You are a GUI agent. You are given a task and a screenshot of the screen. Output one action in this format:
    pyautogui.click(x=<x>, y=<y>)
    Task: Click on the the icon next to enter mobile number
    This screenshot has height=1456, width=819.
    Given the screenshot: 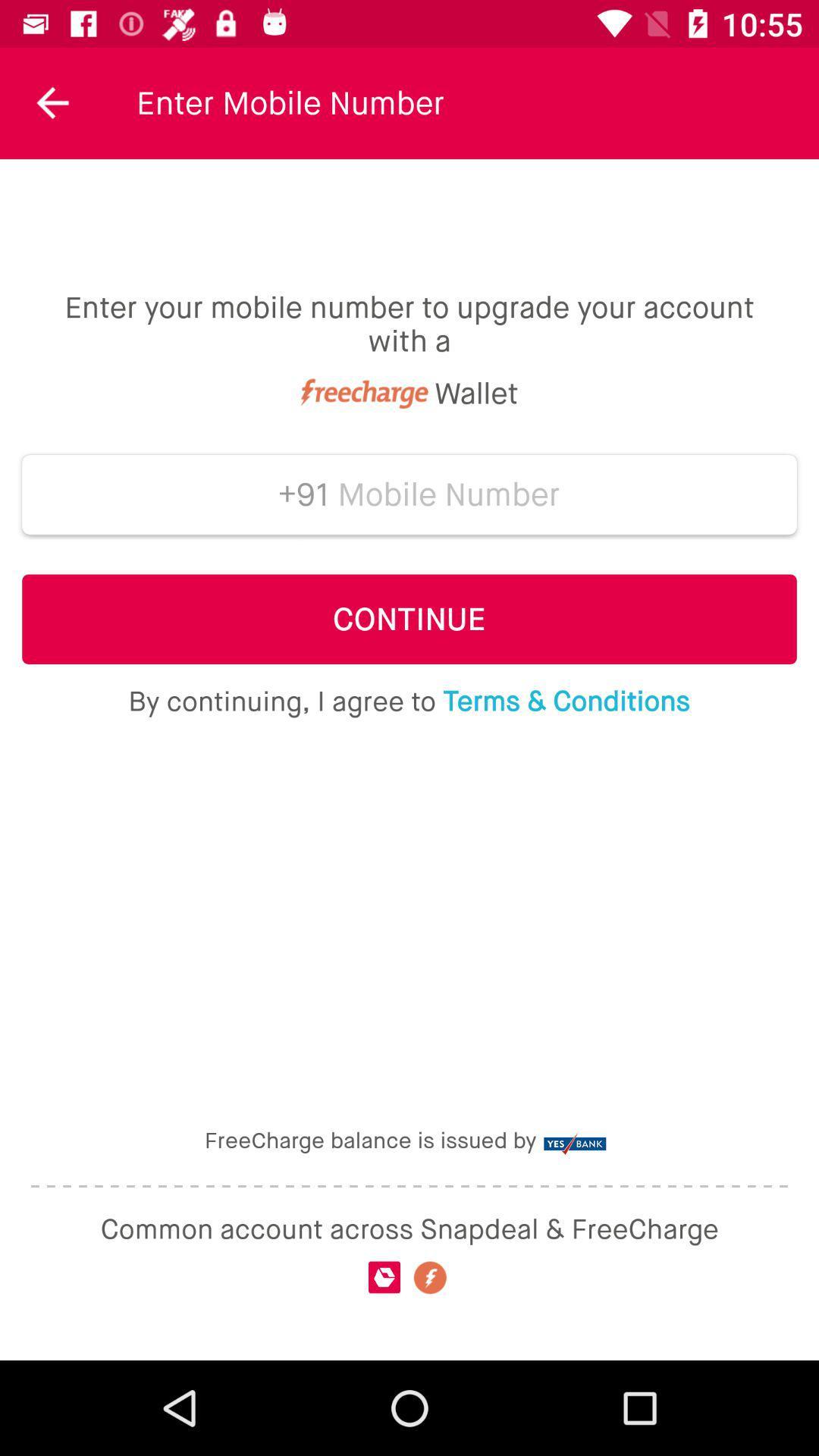 What is the action you would take?
    pyautogui.click(x=52, y=102)
    